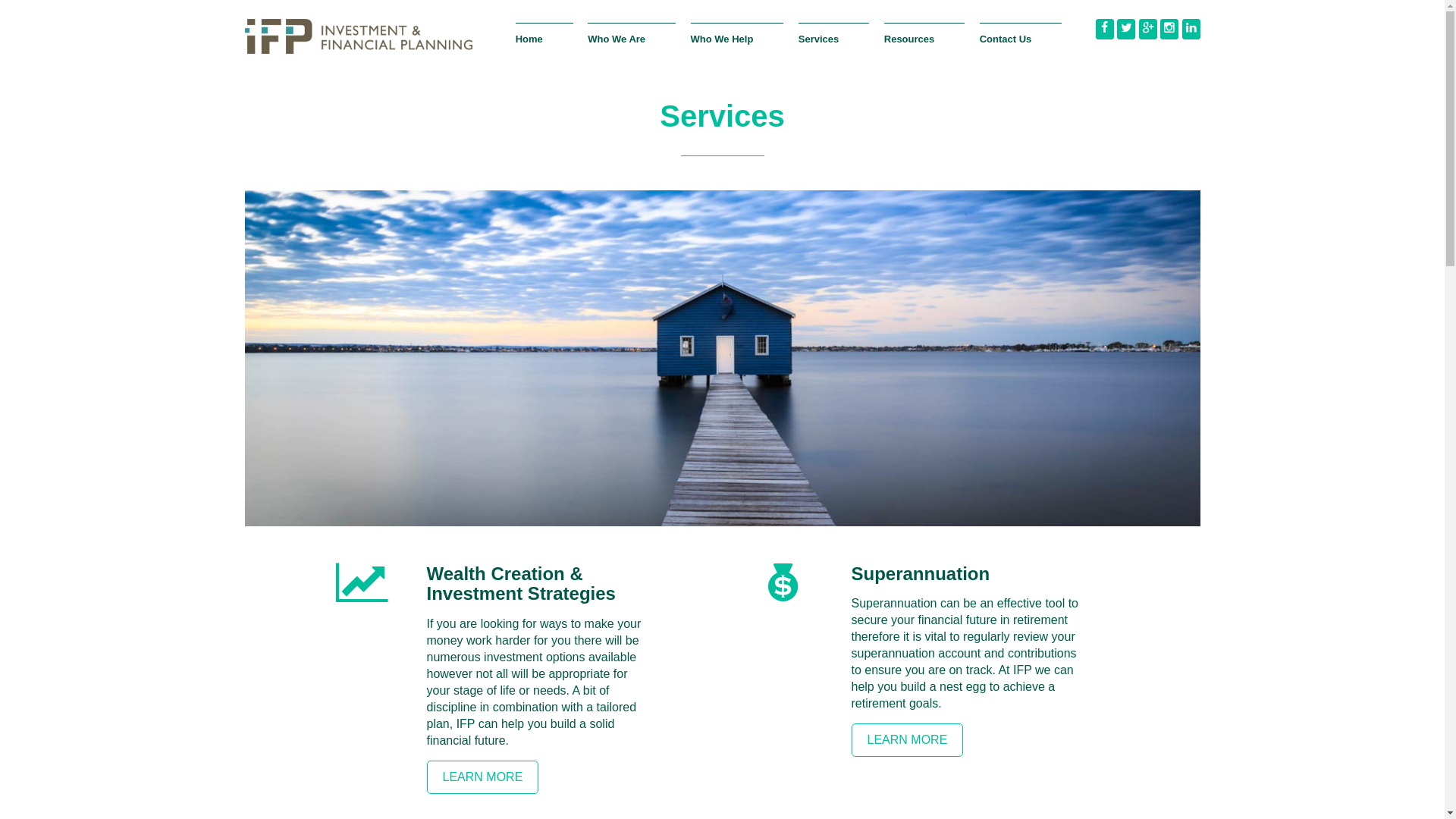 This screenshot has height=819, width=1456. What do you see at coordinates (544, 46) in the screenshot?
I see `'Home'` at bounding box center [544, 46].